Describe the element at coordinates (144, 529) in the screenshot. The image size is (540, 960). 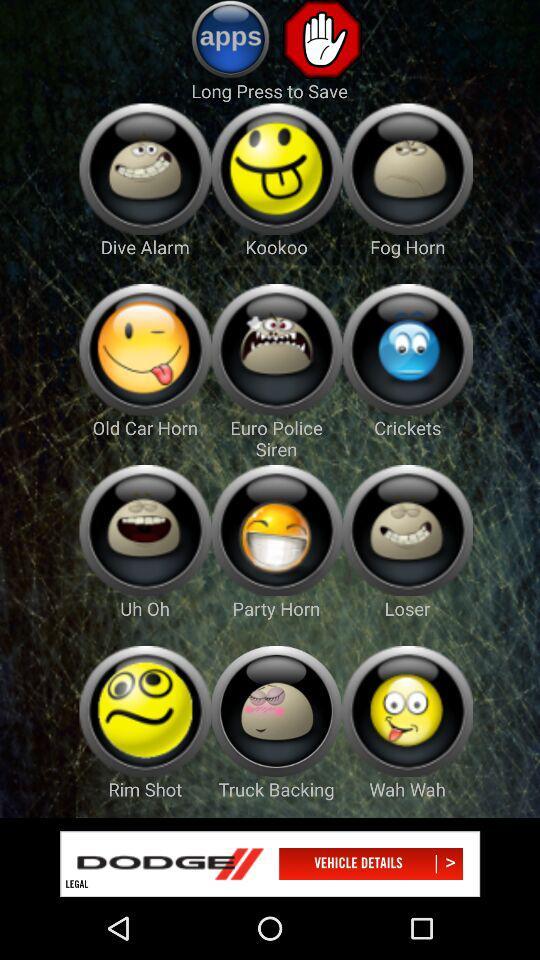
I see `games page` at that location.